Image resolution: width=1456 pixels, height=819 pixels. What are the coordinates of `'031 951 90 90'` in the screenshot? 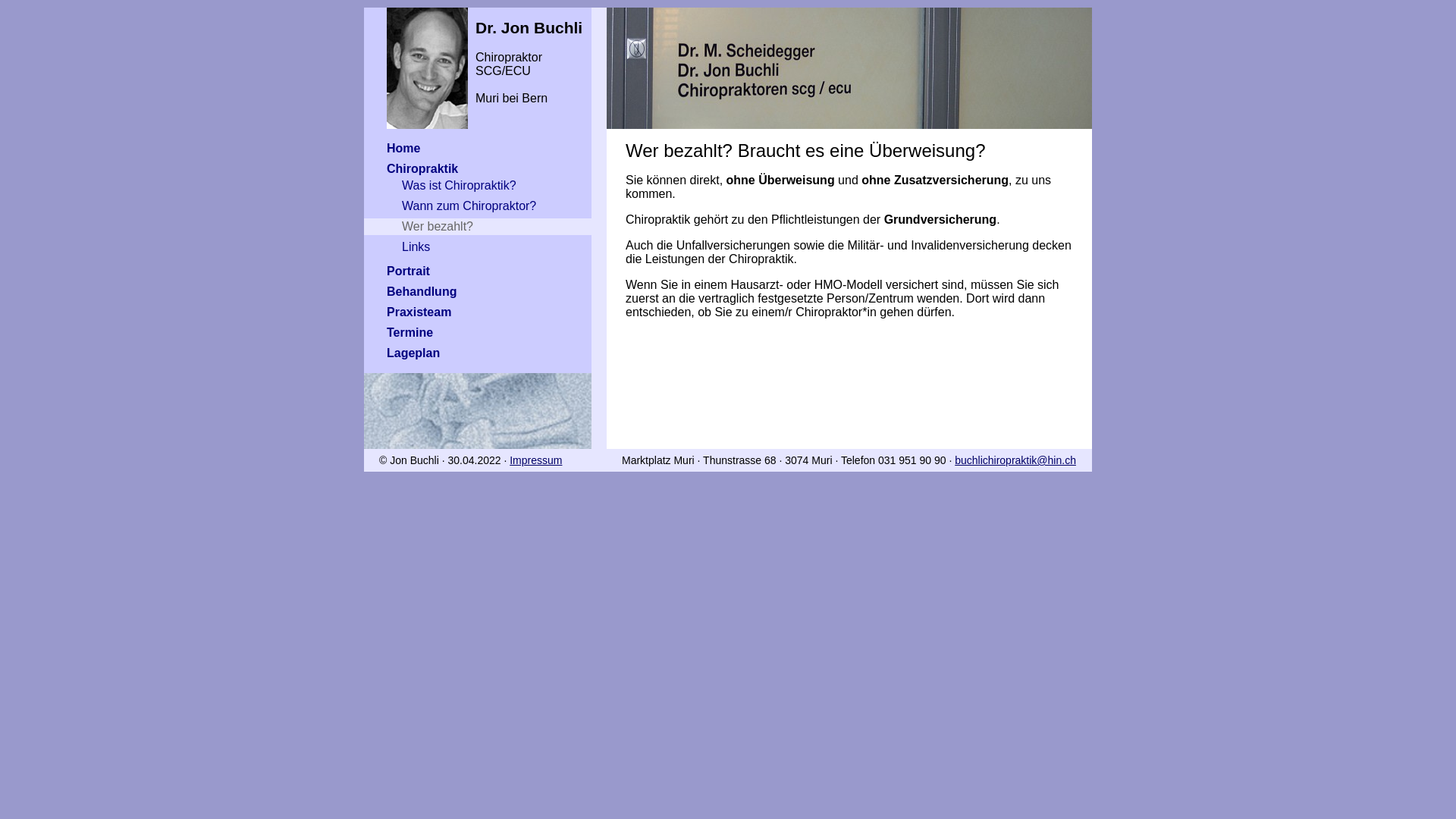 It's located at (912, 459).